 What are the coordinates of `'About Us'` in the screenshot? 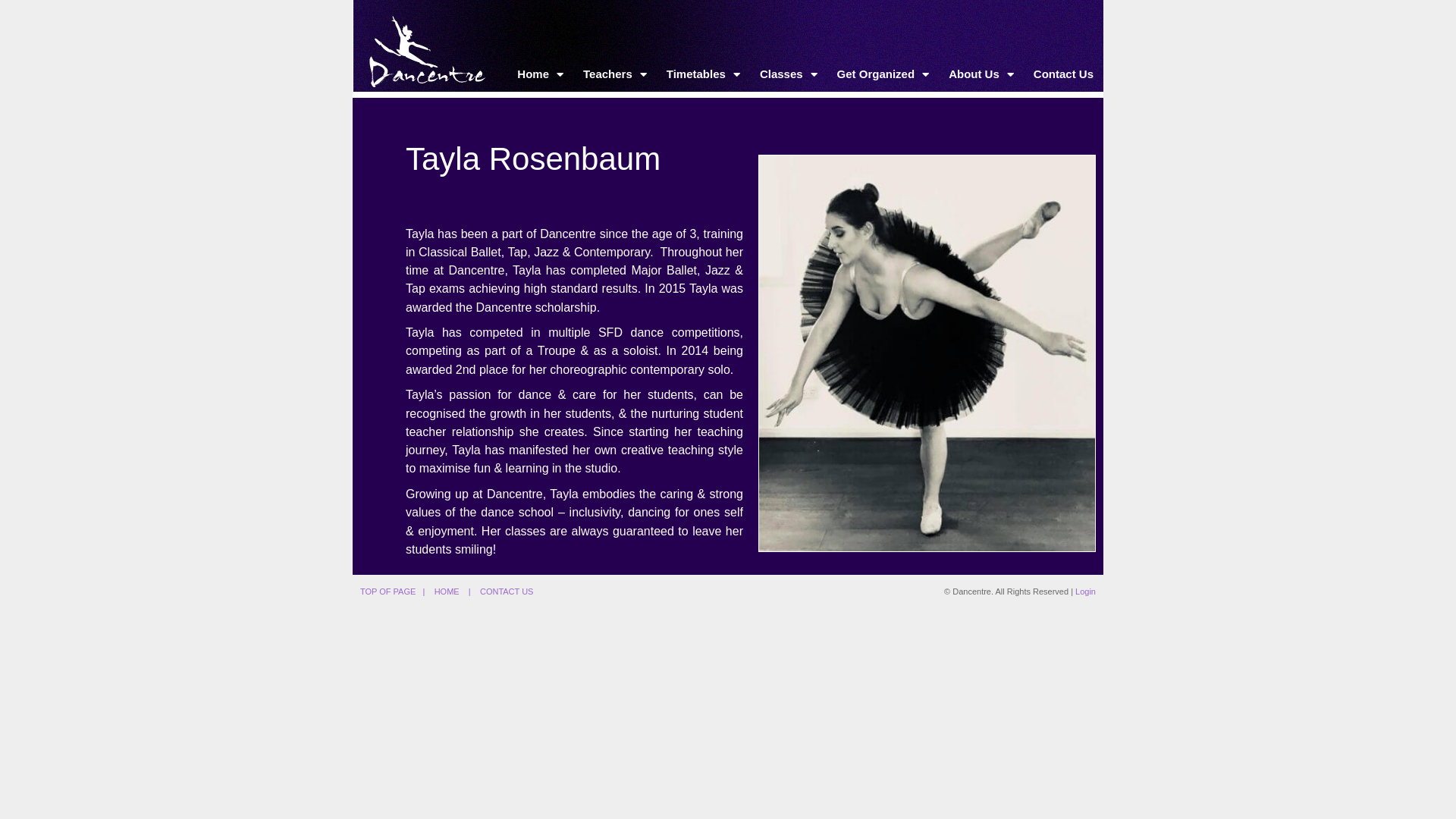 It's located at (981, 74).